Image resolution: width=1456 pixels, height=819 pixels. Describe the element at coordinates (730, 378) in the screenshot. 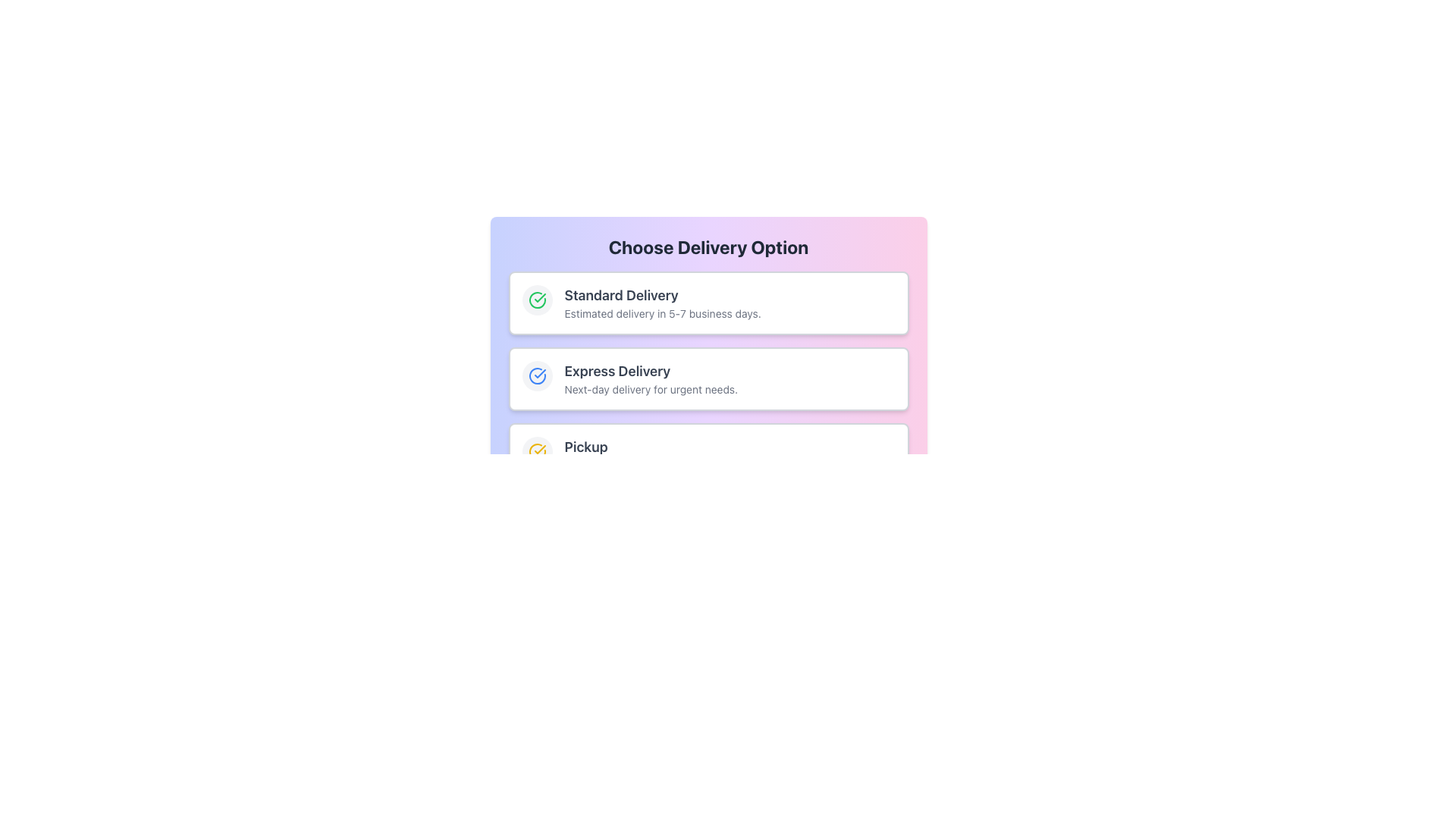

I see `the 'Express Delivery' text block element to bring it into view within the scrollable interface` at that location.